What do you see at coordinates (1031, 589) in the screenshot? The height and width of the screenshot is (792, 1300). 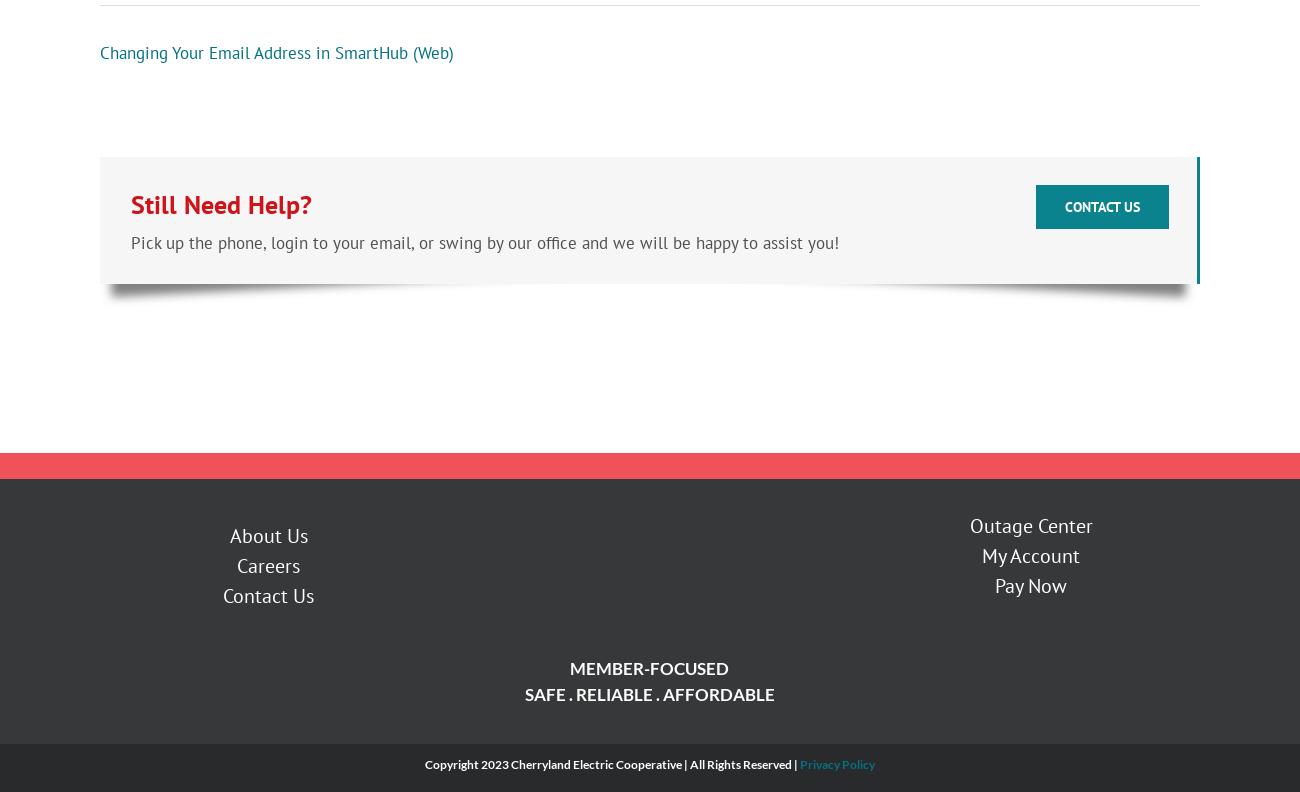 I see `'Pay Now'` at bounding box center [1031, 589].